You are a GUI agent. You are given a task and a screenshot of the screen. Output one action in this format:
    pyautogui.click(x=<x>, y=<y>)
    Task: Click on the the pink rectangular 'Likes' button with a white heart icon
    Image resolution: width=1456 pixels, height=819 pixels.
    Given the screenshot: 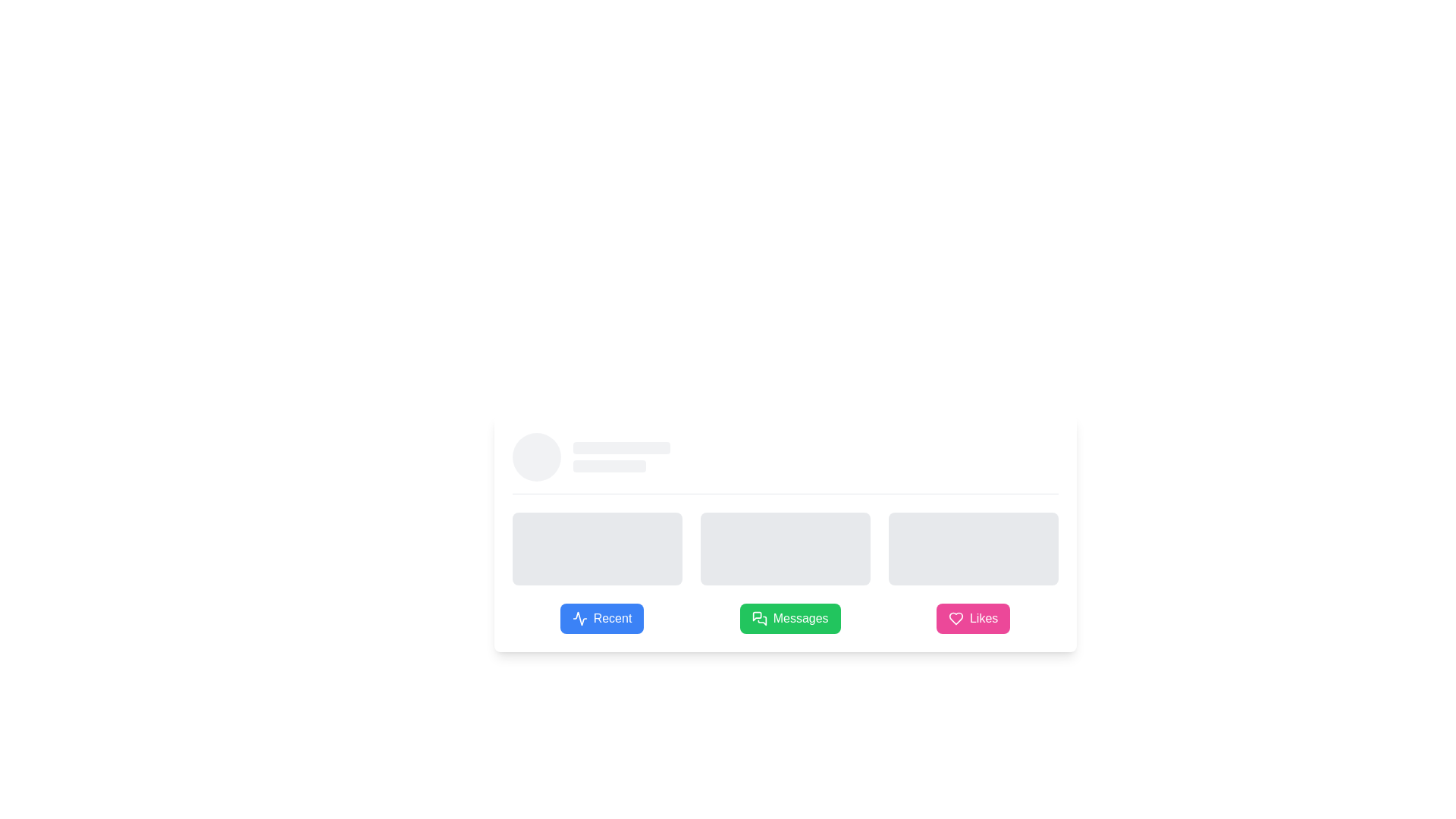 What is the action you would take?
    pyautogui.click(x=973, y=619)
    